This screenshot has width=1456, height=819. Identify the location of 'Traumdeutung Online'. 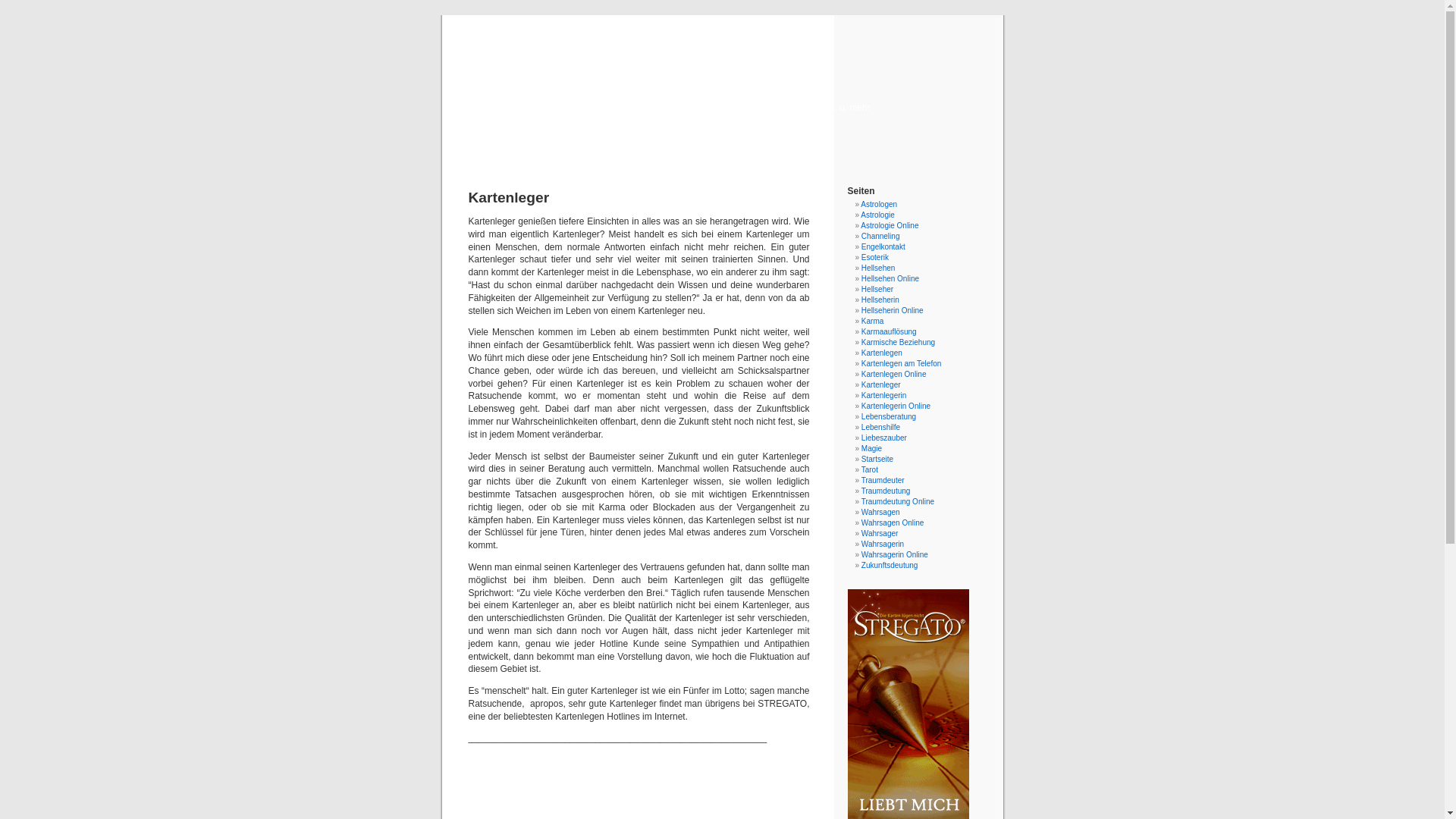
(898, 501).